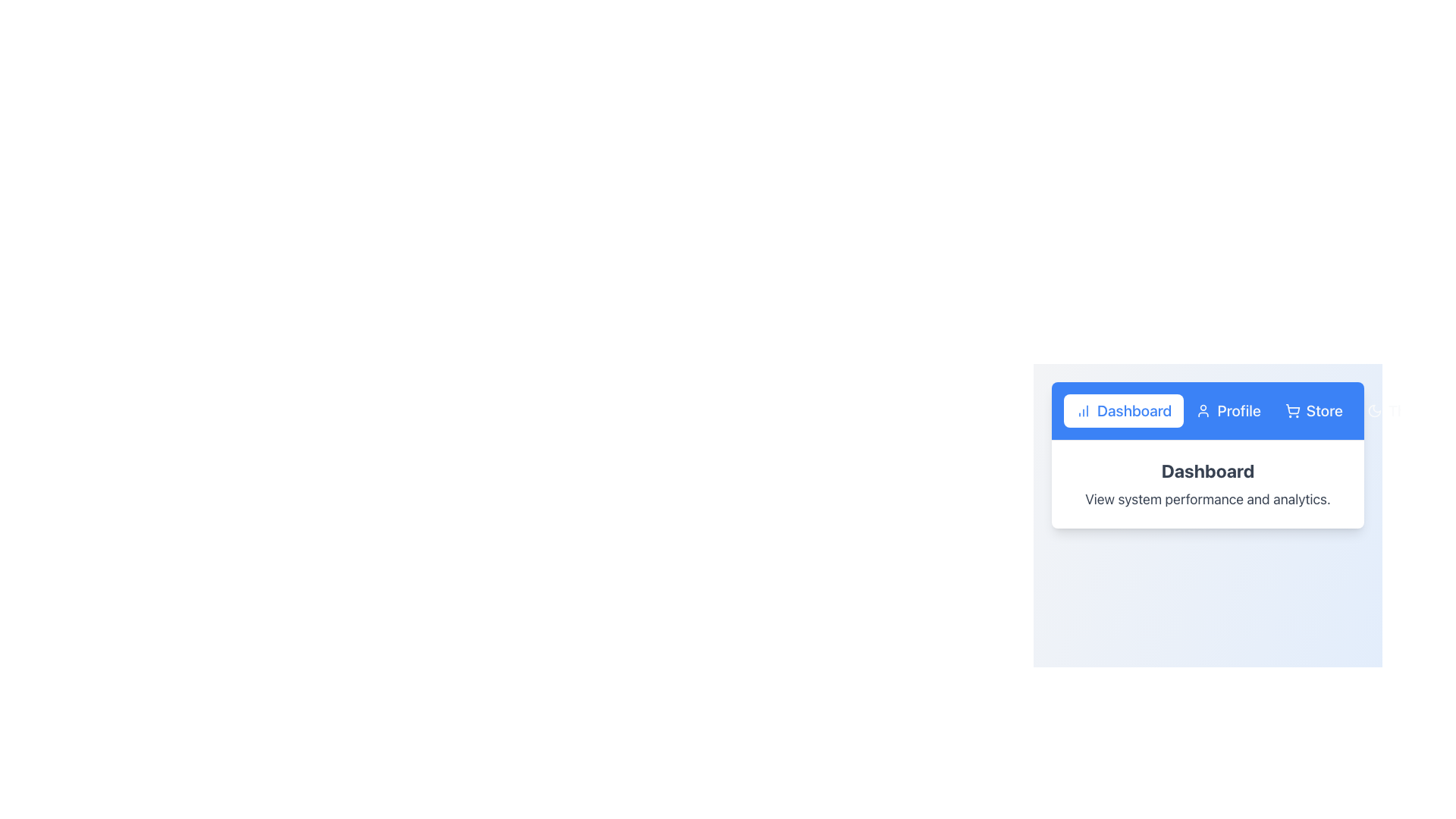 This screenshot has width=1456, height=819. Describe the element at coordinates (1207, 470) in the screenshot. I see `text content of the Text Label that serves as the title or header for the section, positioned above the descriptive text about system performance` at that location.